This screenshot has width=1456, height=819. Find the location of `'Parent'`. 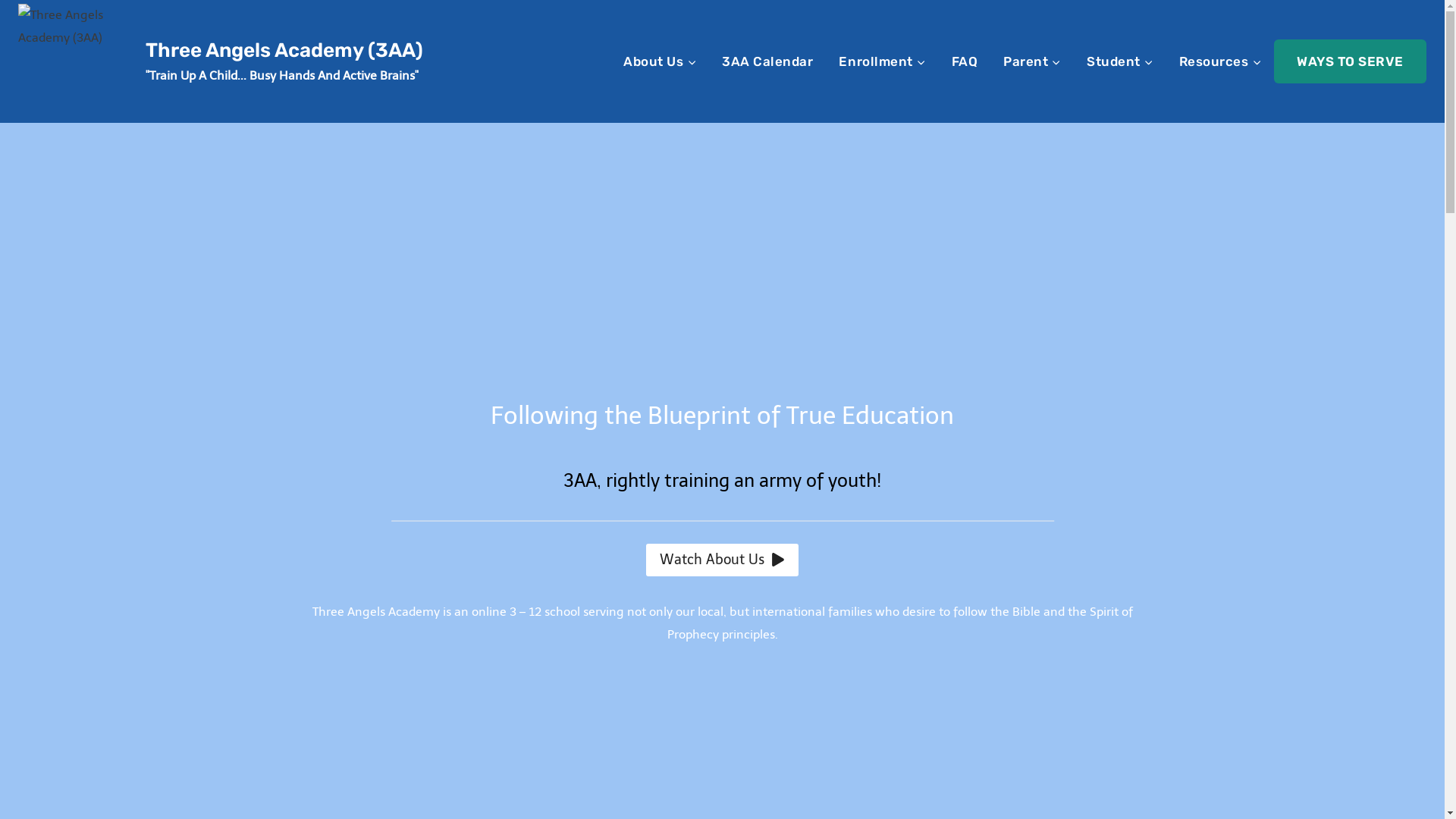

'Parent' is located at coordinates (1031, 60).